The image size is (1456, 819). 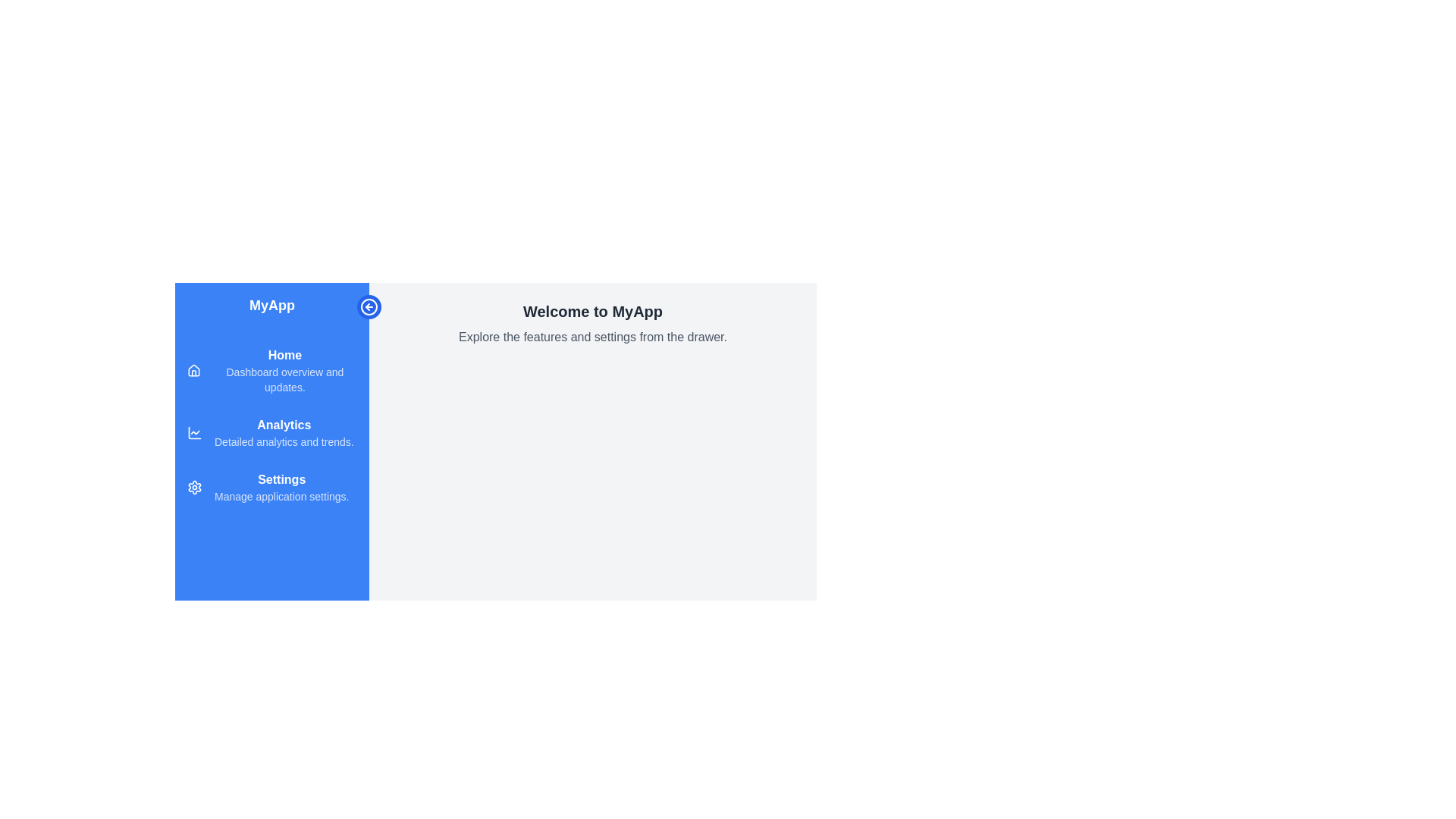 I want to click on the menu item Settings to navigate to the corresponding section, so click(x=272, y=488).